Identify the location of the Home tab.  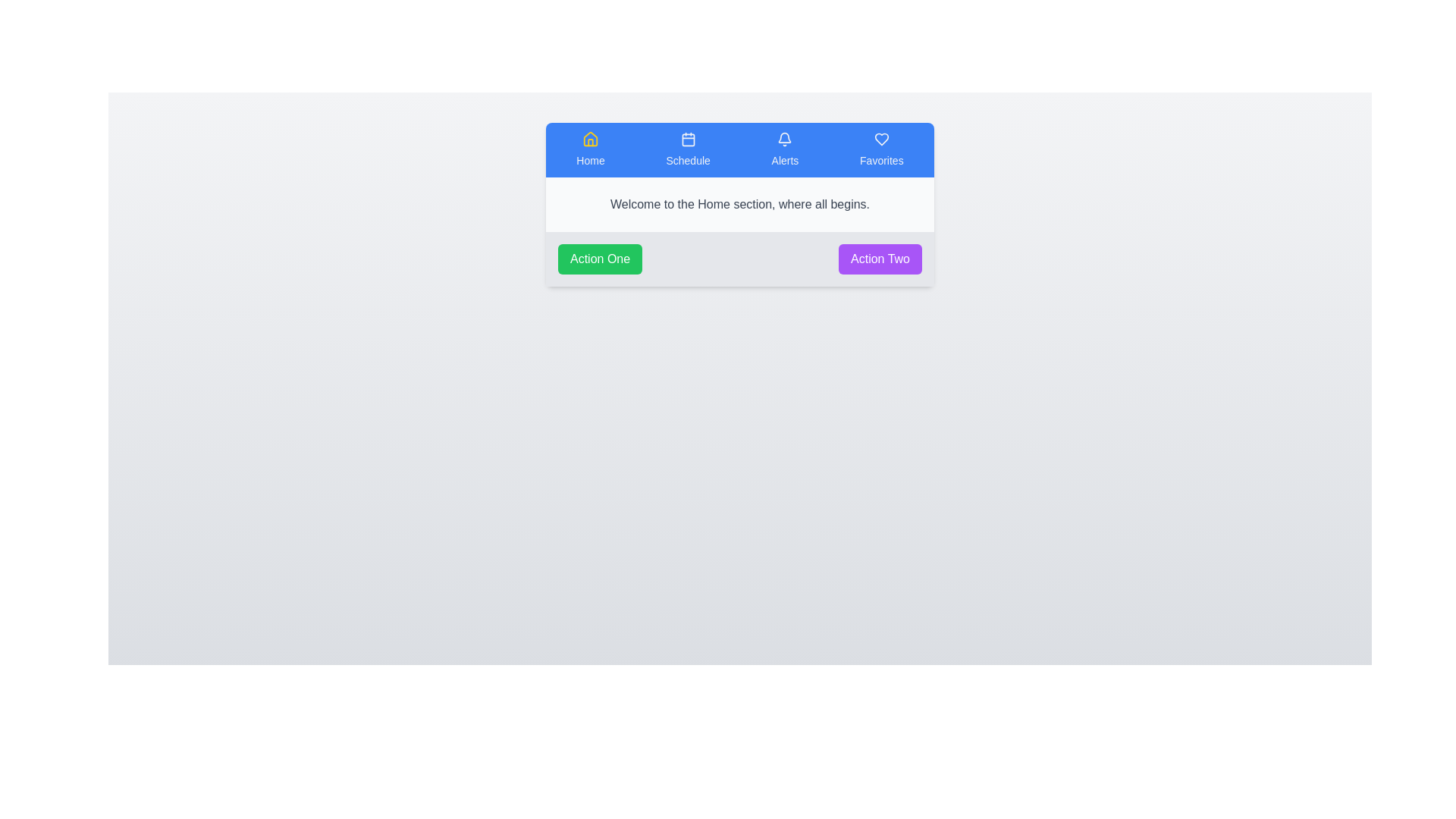
(589, 149).